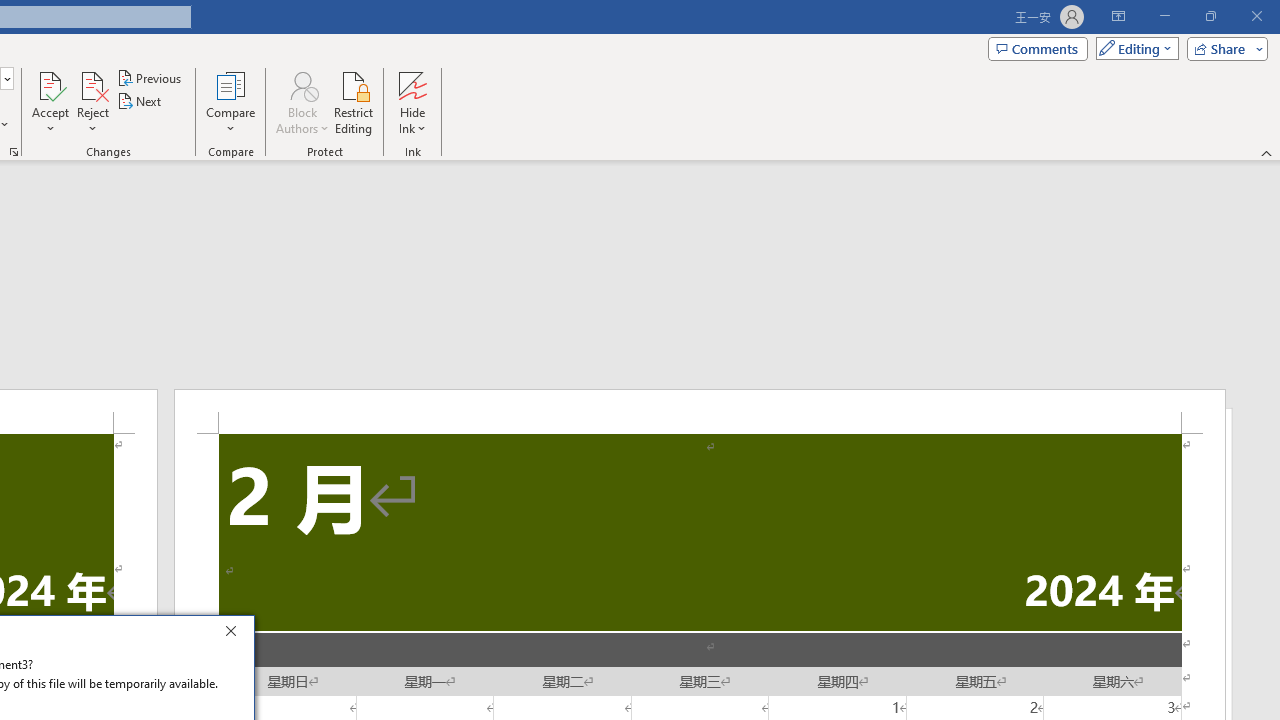 The width and height of the screenshot is (1280, 720). Describe the element at coordinates (150, 77) in the screenshot. I see `'Previous'` at that location.